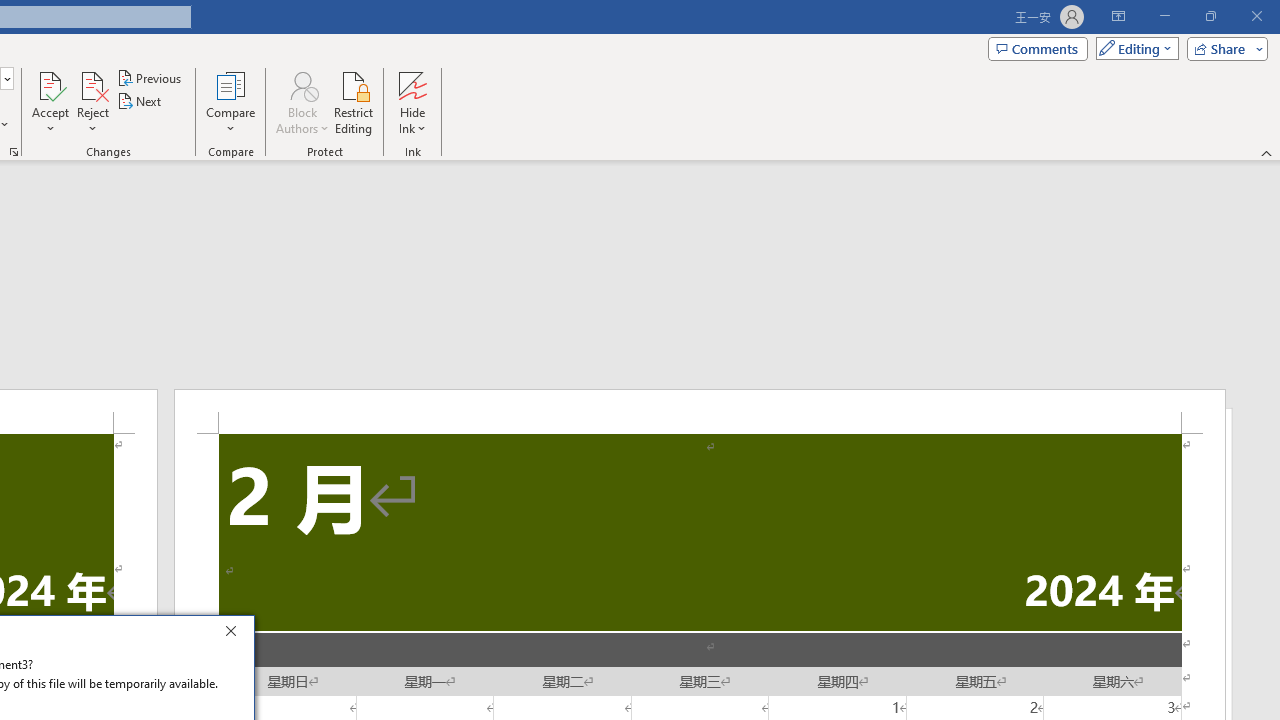 The width and height of the screenshot is (1280, 720). Describe the element at coordinates (150, 77) in the screenshot. I see `'Previous'` at that location.